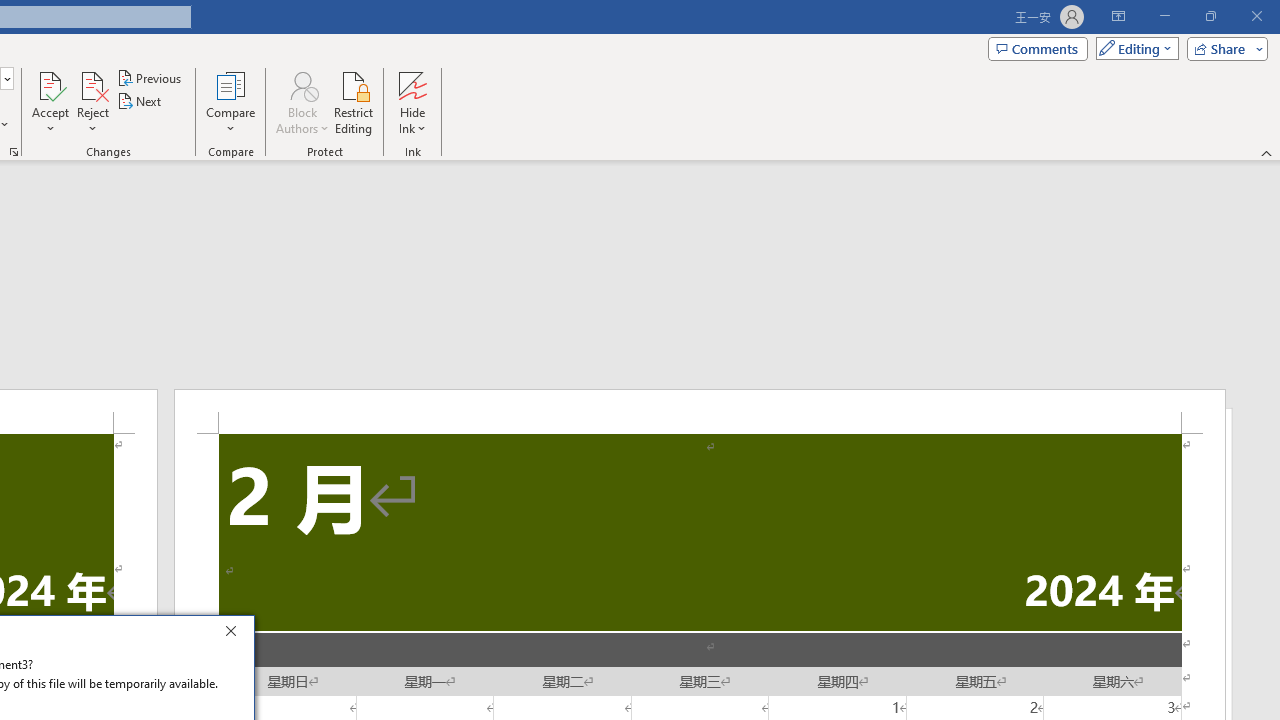 The width and height of the screenshot is (1280, 720). Describe the element at coordinates (150, 77) in the screenshot. I see `'Previous'` at that location.